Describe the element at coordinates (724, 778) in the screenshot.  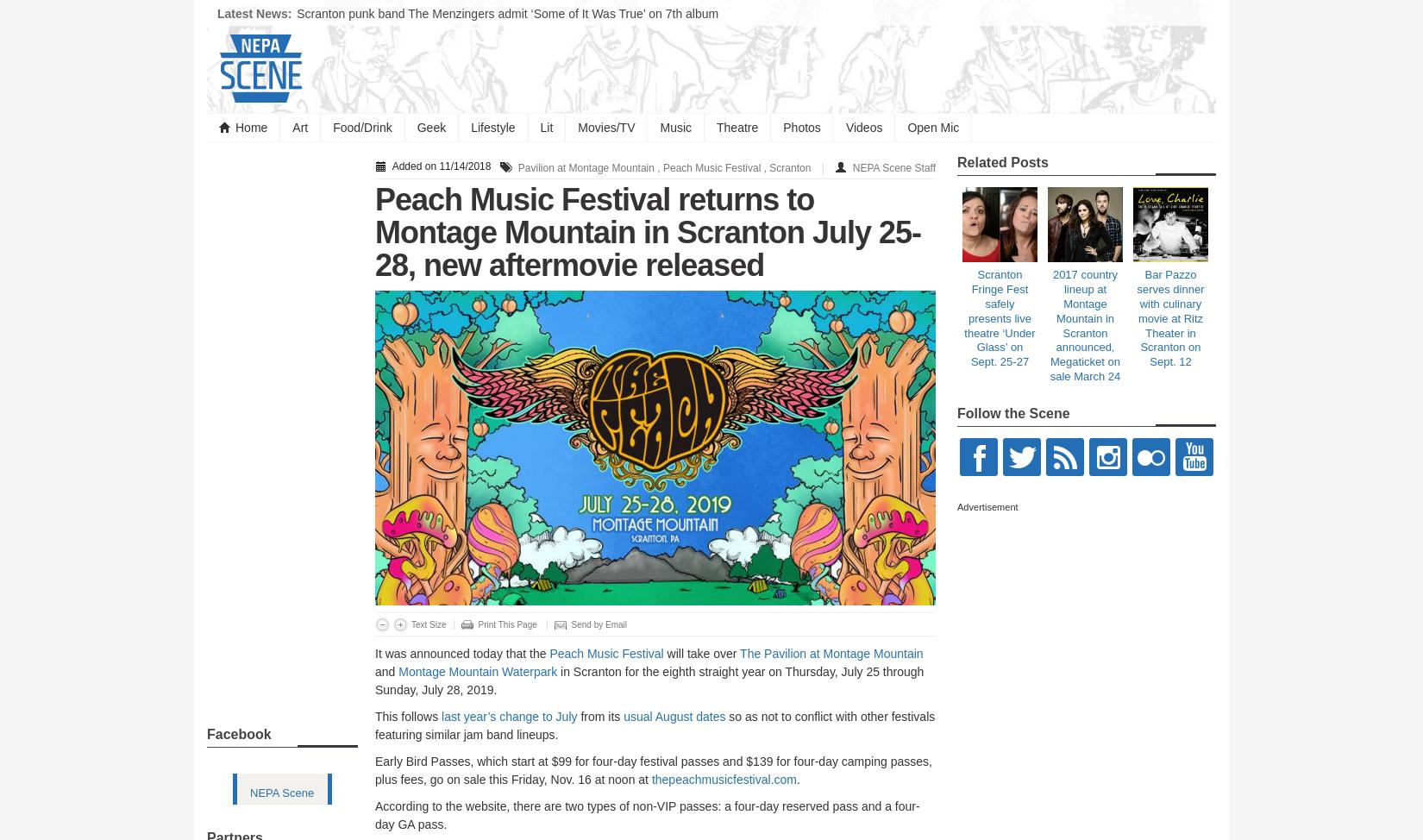
I see `'thepeachmusicfestival.com'` at that location.